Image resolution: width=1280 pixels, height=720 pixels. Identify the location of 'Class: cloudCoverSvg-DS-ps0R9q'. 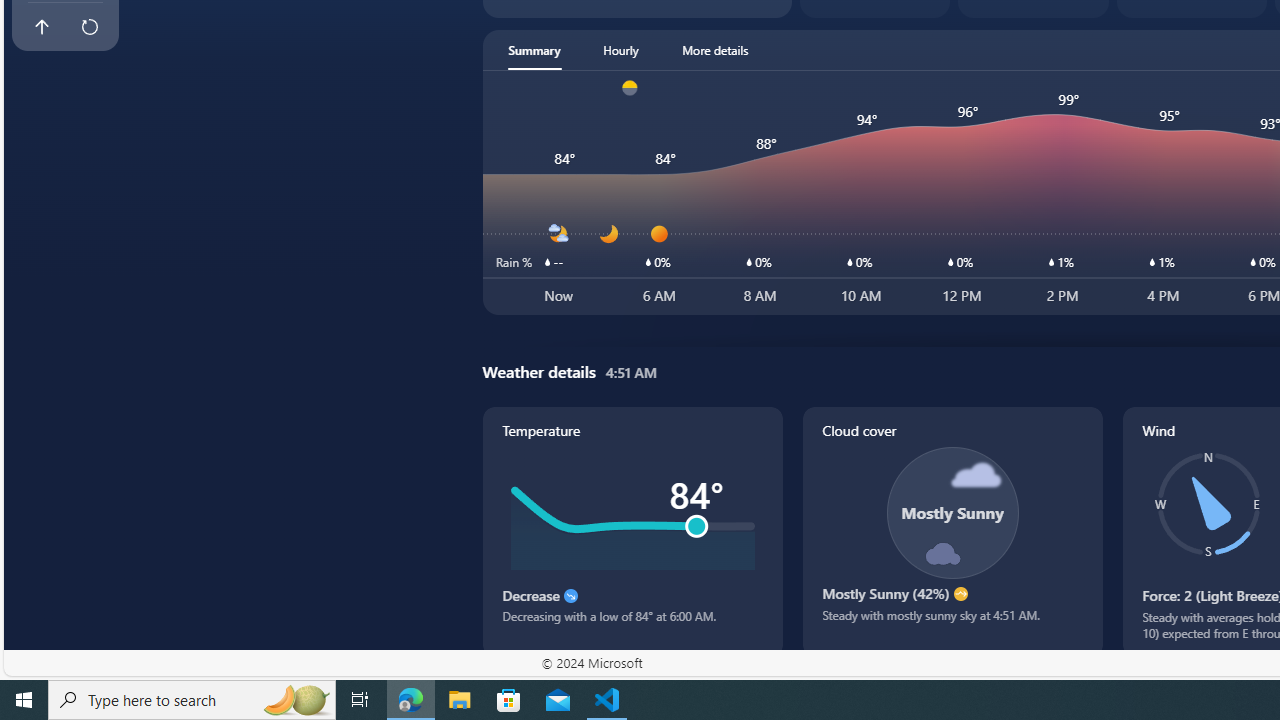
(951, 512).